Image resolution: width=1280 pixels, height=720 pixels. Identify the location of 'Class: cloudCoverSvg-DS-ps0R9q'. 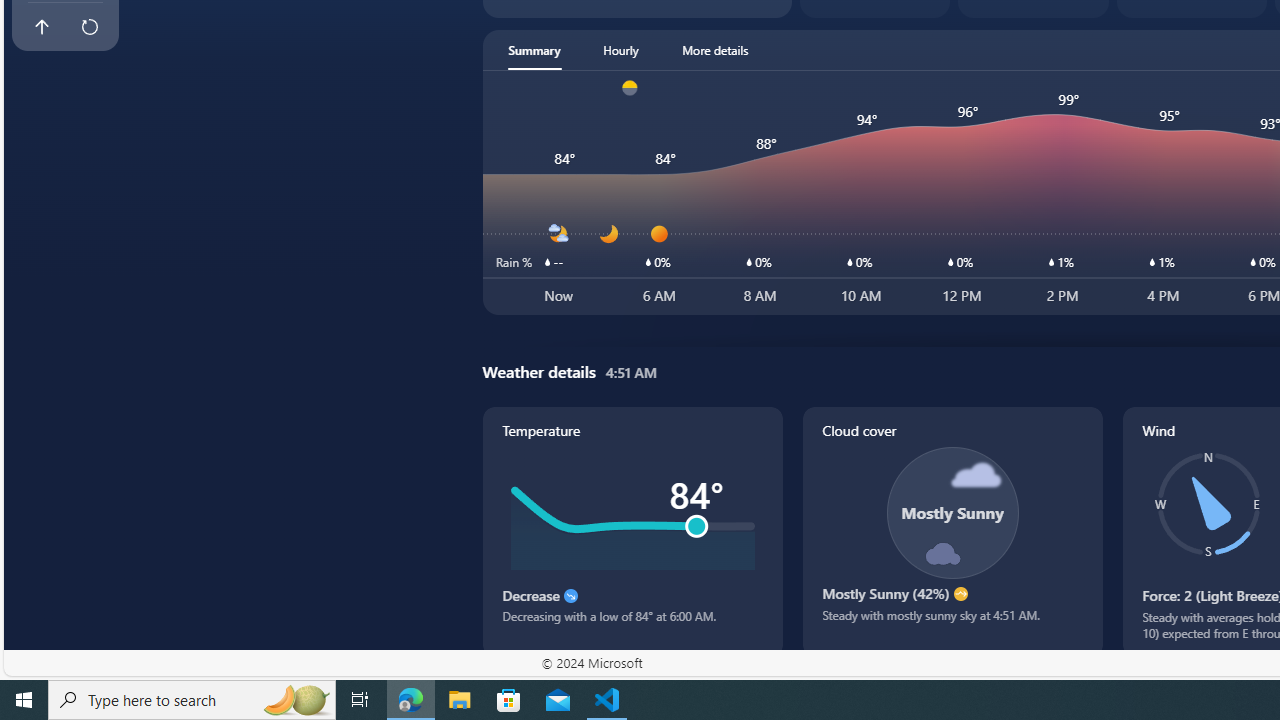
(951, 512).